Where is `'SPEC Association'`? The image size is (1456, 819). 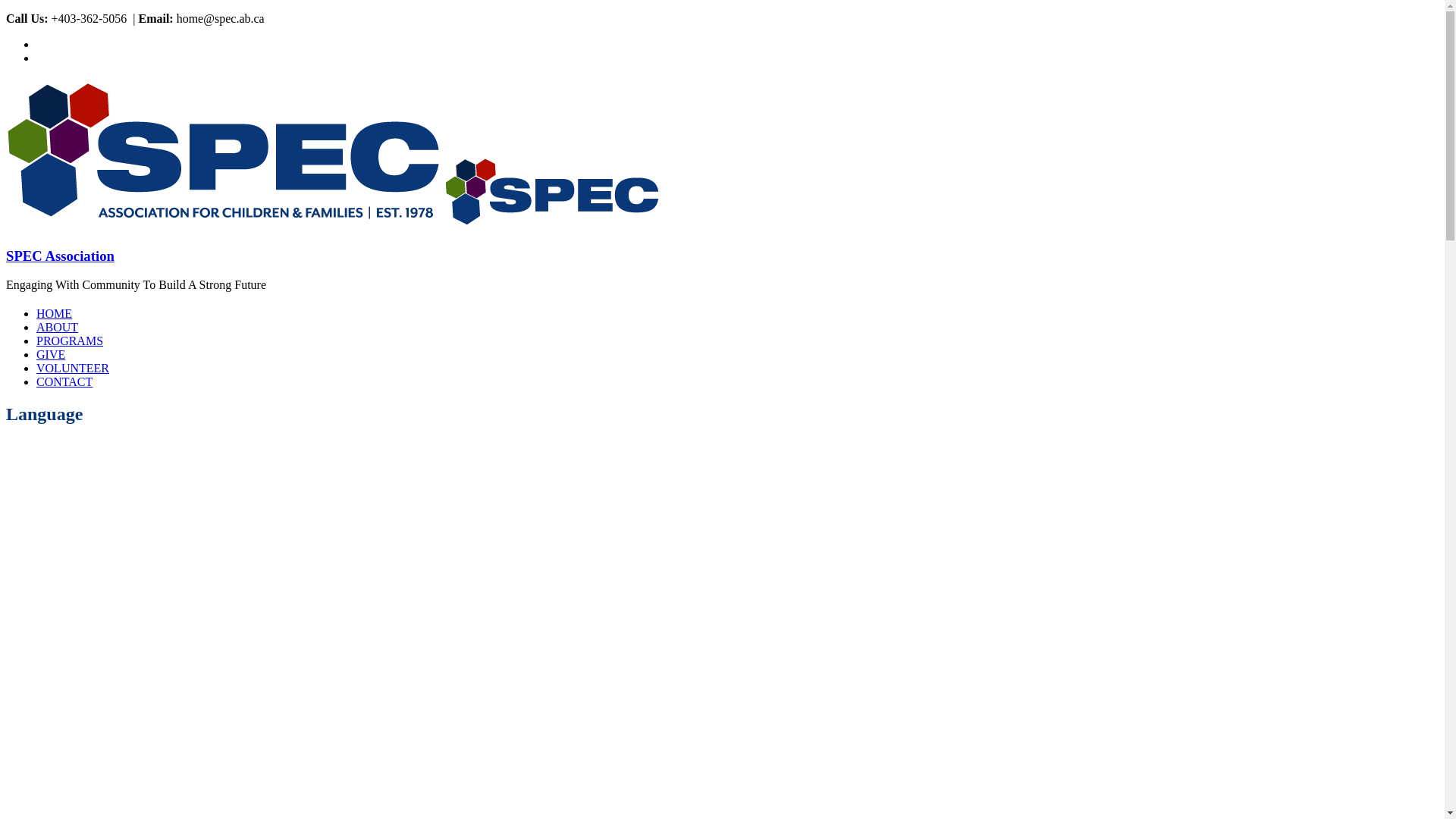 'SPEC Association' is located at coordinates (551, 226).